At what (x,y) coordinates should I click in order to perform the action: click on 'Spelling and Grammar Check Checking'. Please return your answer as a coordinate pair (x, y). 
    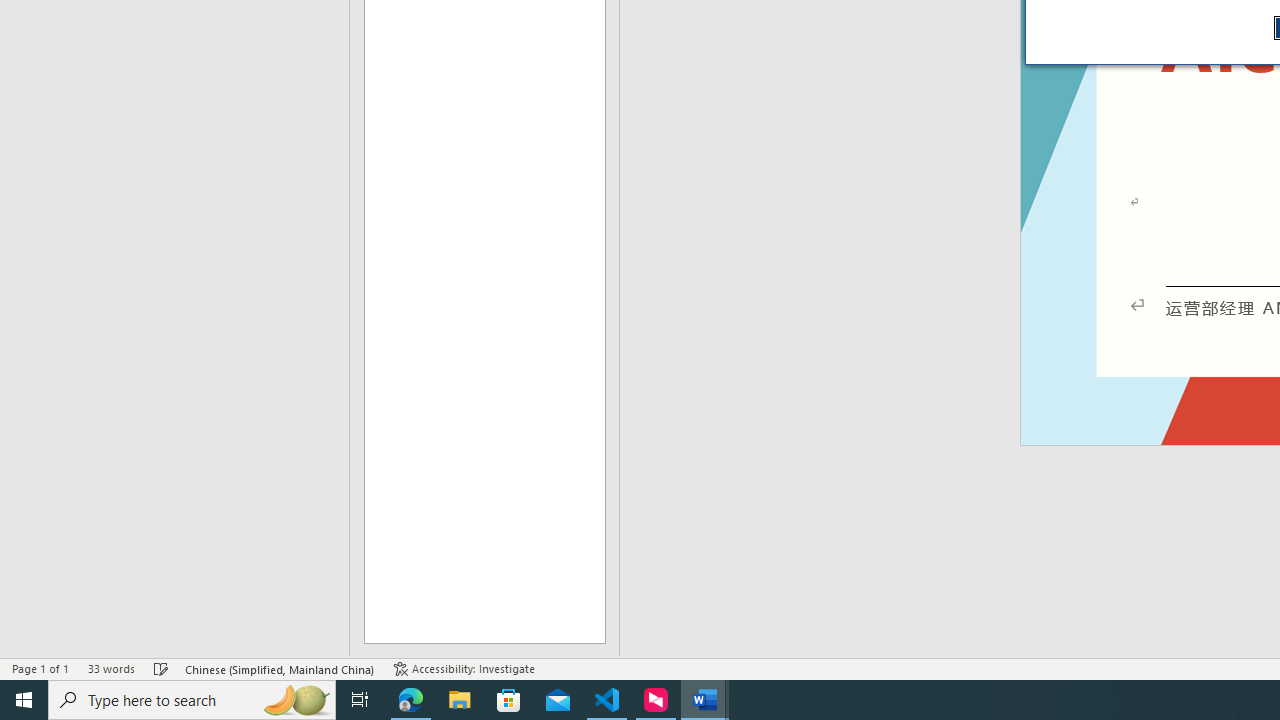
    Looking at the image, I should click on (161, 669).